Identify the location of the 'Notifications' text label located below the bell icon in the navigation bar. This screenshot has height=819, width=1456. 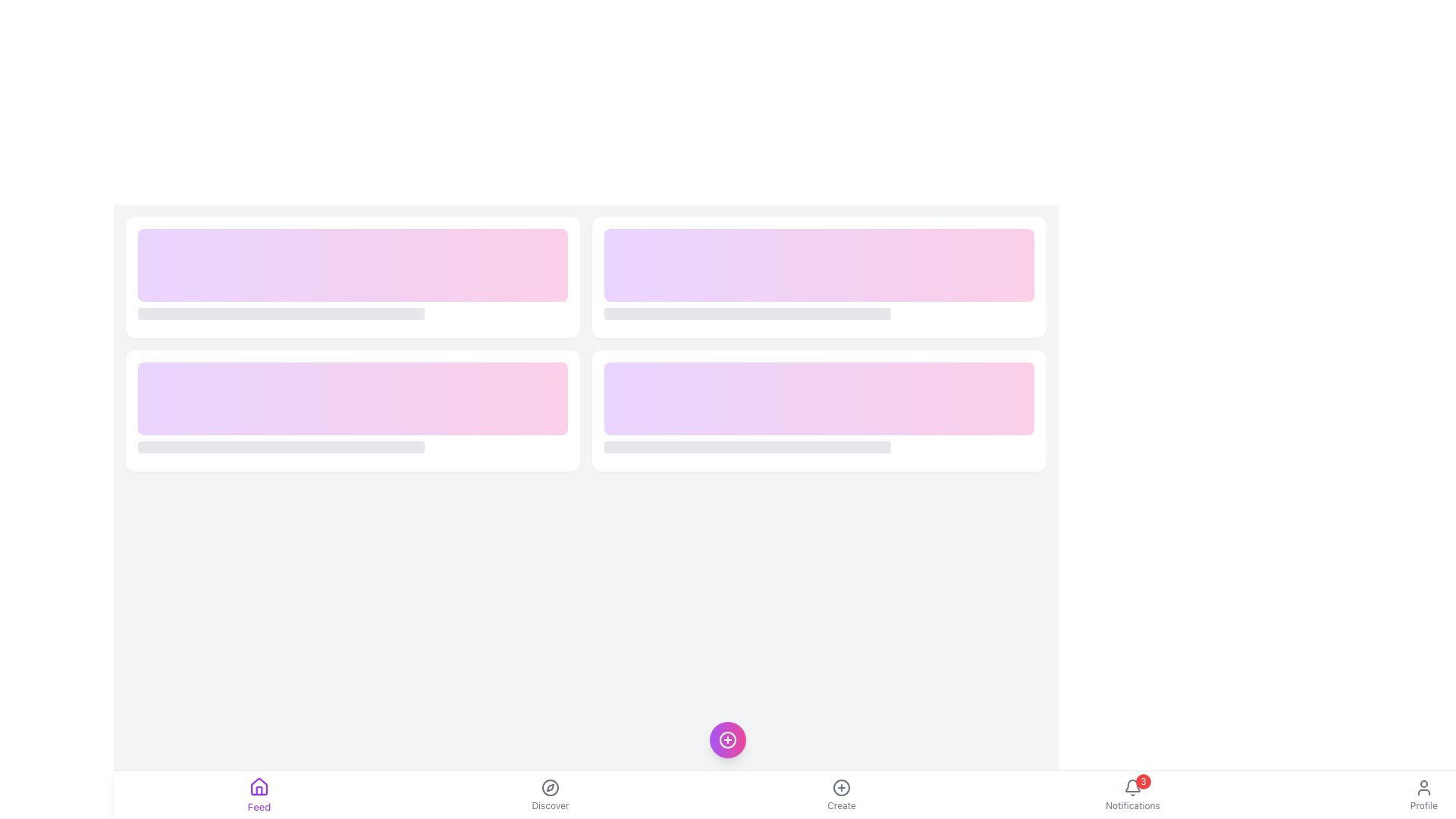
(1132, 805).